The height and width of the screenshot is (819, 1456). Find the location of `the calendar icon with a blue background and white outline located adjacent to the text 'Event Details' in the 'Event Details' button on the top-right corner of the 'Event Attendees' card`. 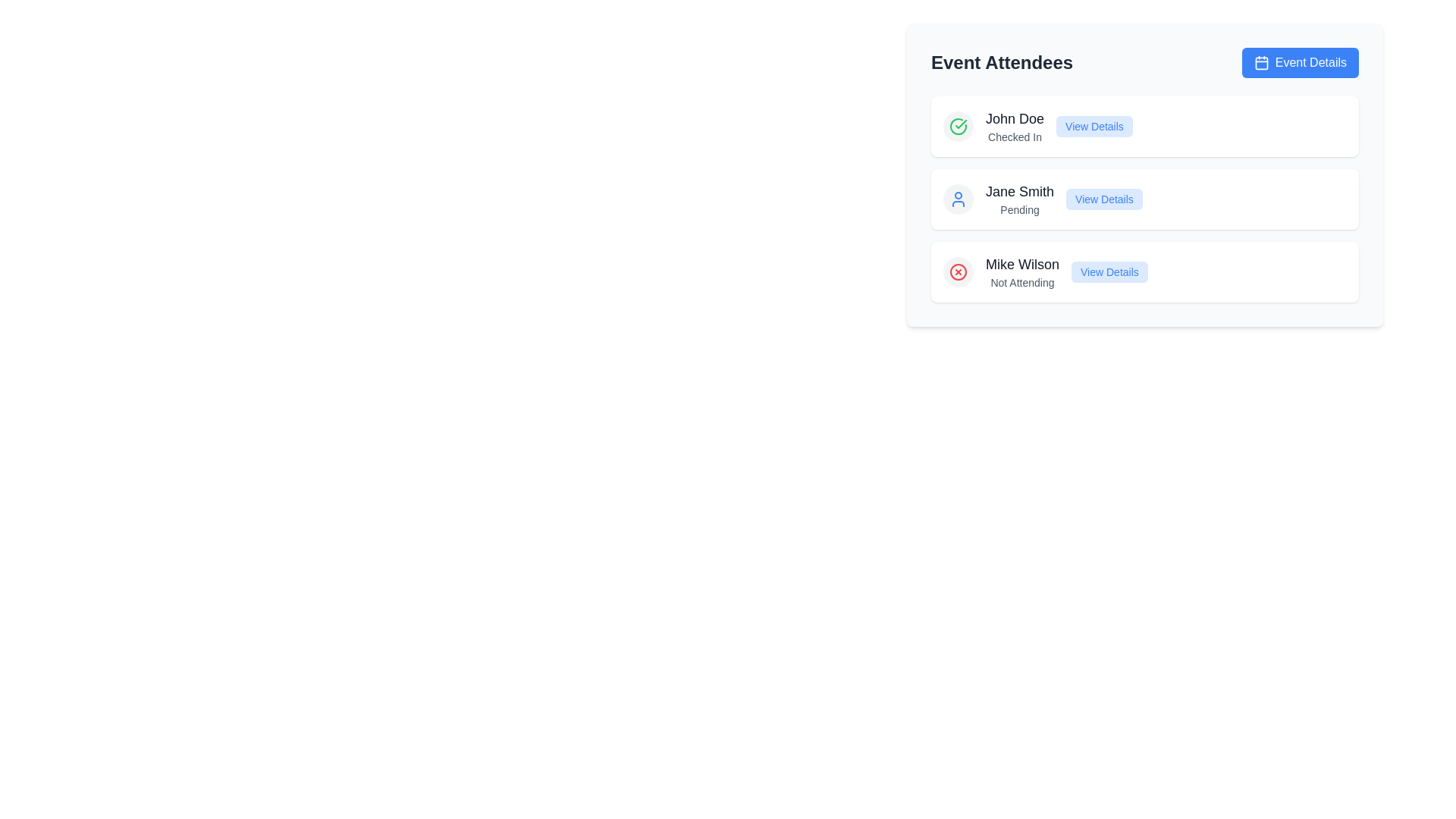

the calendar icon with a blue background and white outline located adjacent to the text 'Event Details' in the 'Event Details' button on the top-right corner of the 'Event Attendees' card is located at coordinates (1261, 62).